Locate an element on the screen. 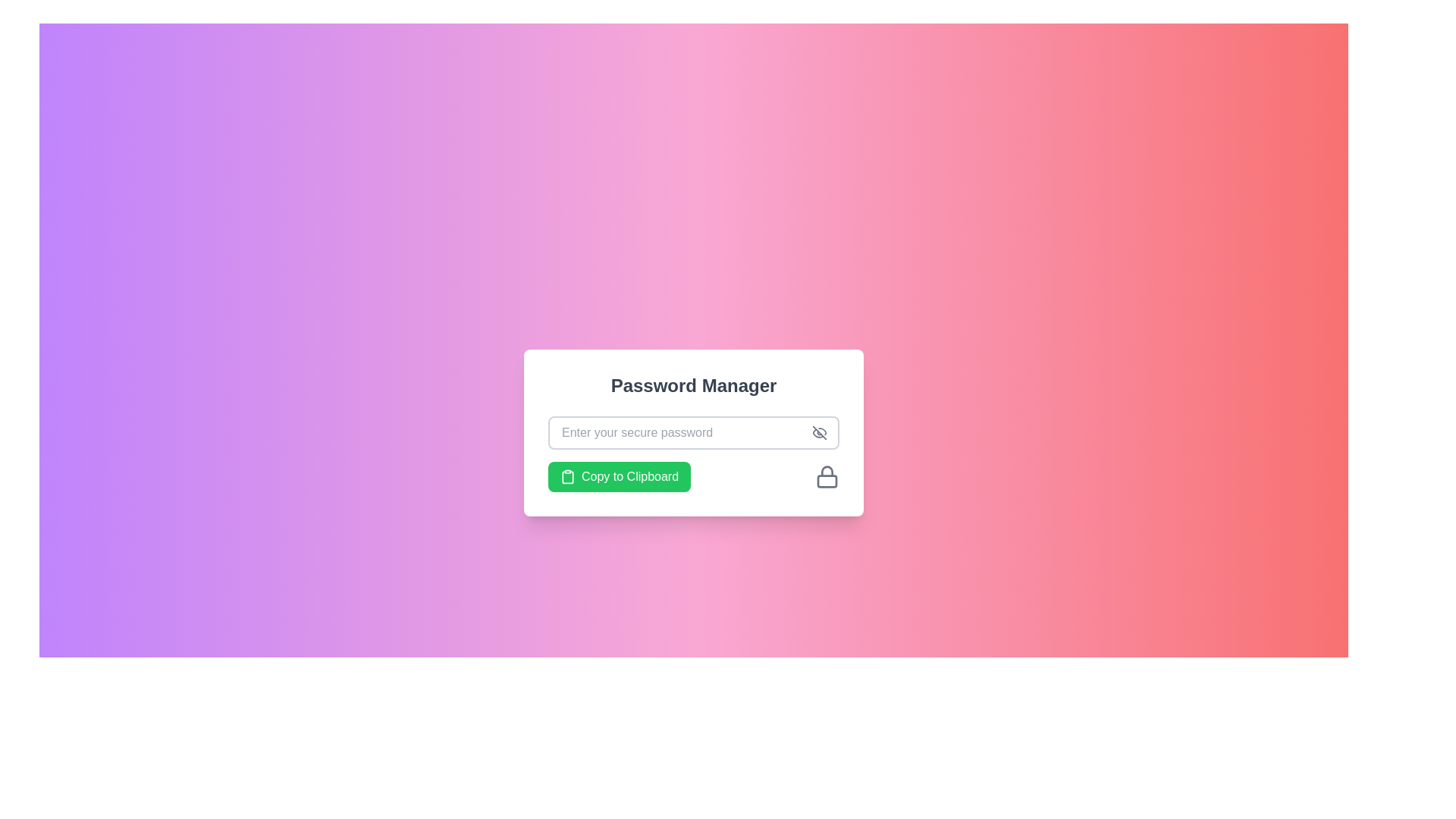 The image size is (1456, 819). the green button at the bottom-left of the password manager card layout that contains the text label for copying a password or text to the clipboard is located at coordinates (629, 475).